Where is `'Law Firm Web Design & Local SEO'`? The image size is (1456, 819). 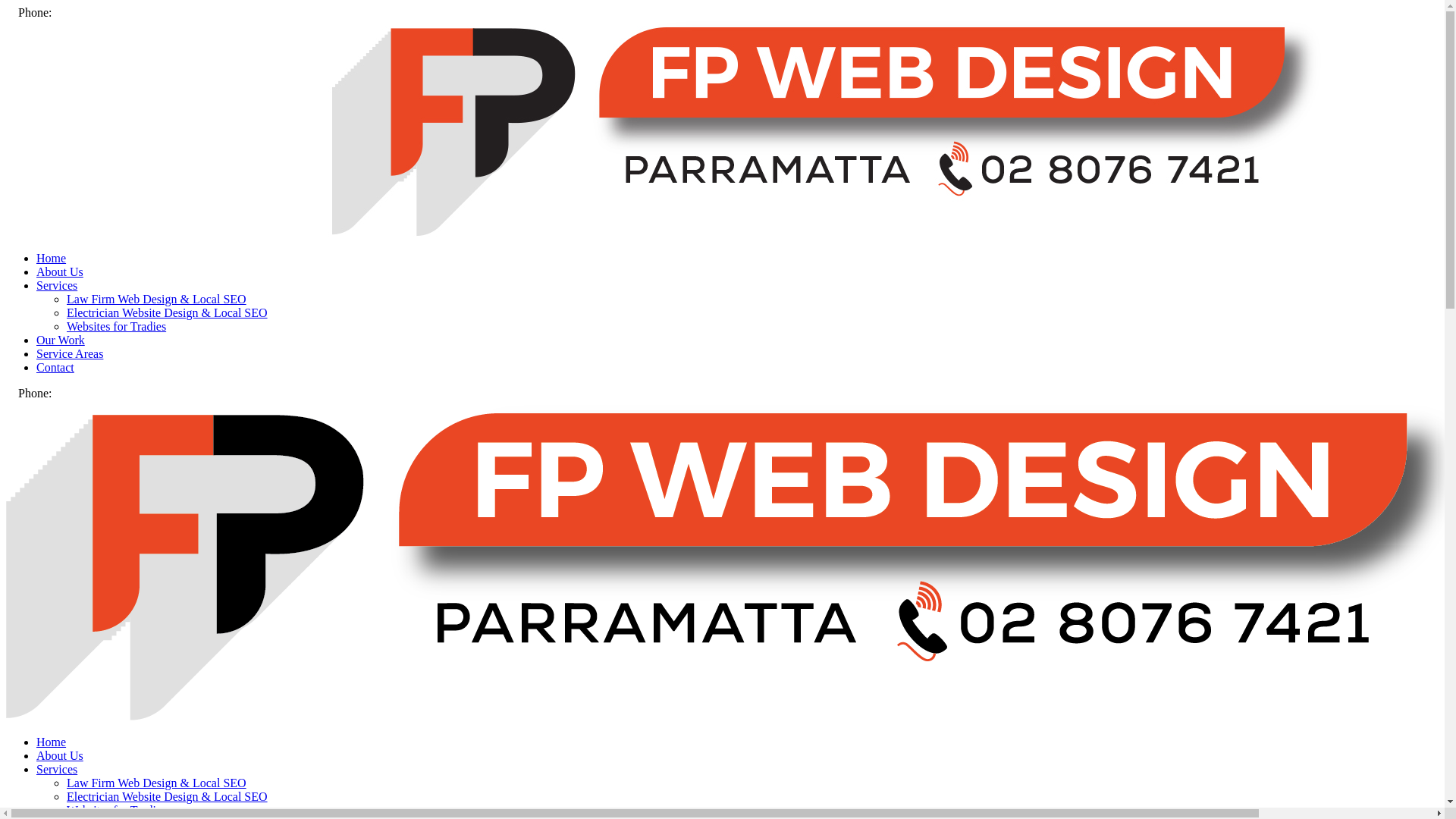 'Law Firm Web Design & Local SEO' is located at coordinates (156, 299).